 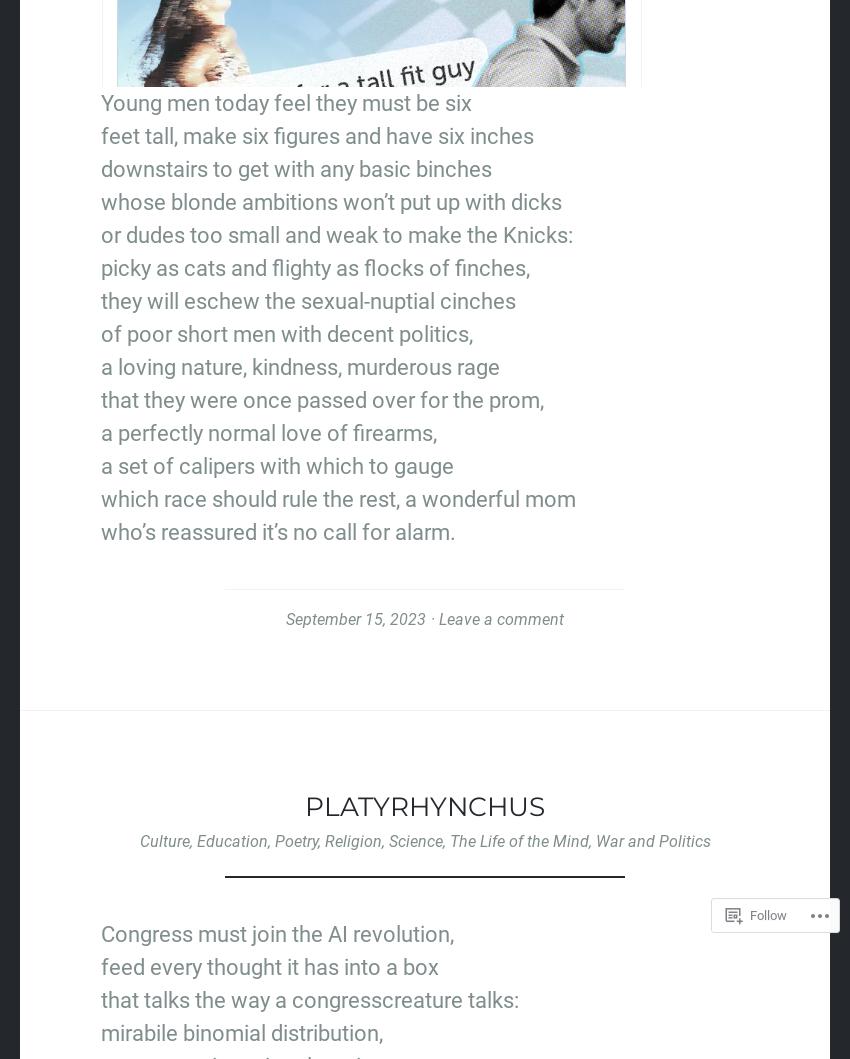 What do you see at coordinates (317, 134) in the screenshot?
I see `'feet tall, make six figures and have six inches'` at bounding box center [317, 134].